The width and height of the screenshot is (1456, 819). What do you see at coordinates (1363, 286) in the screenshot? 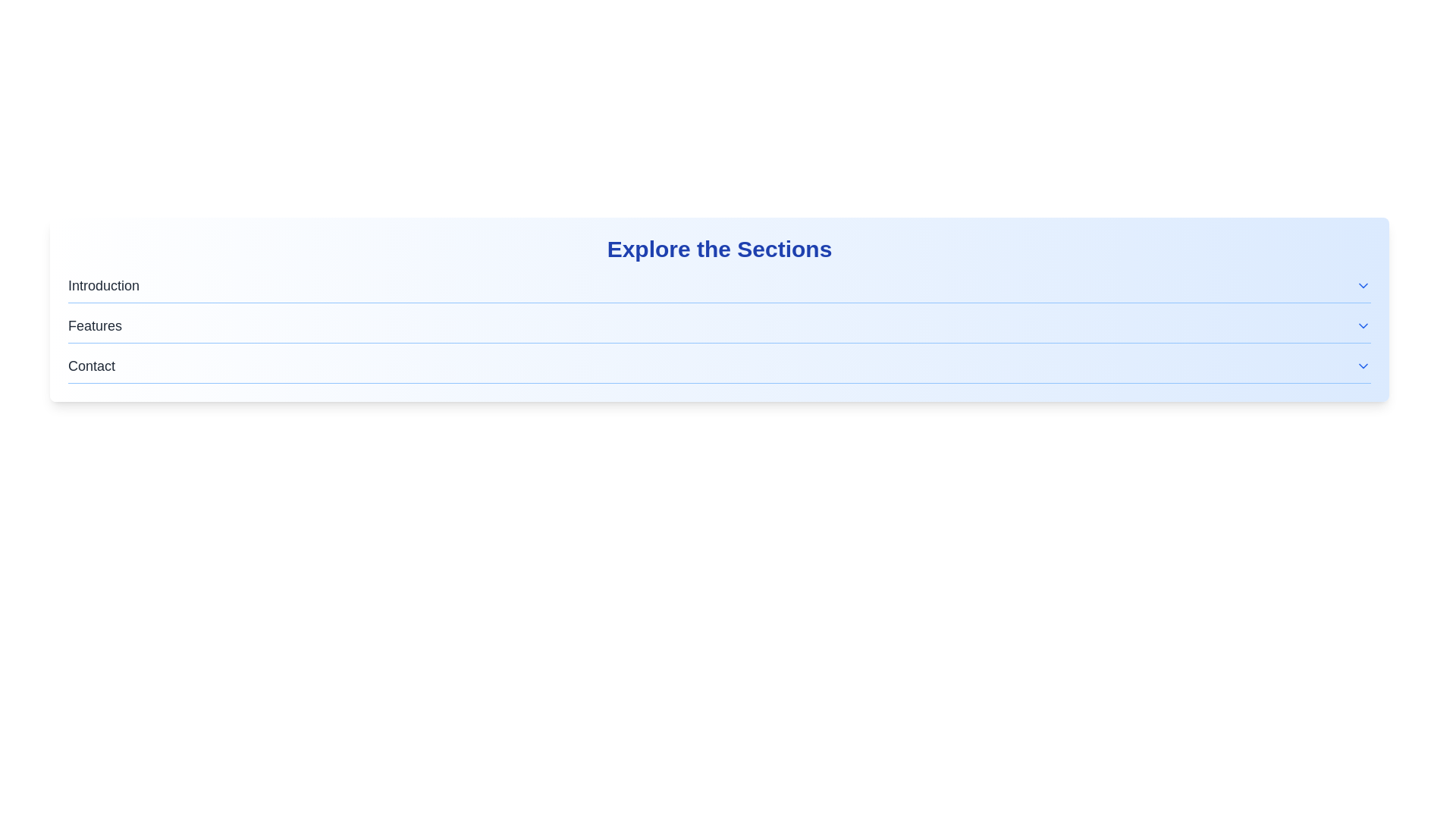
I see `the blue chevron-down icon located at the far right edge of the 'Introduction' section header` at bounding box center [1363, 286].